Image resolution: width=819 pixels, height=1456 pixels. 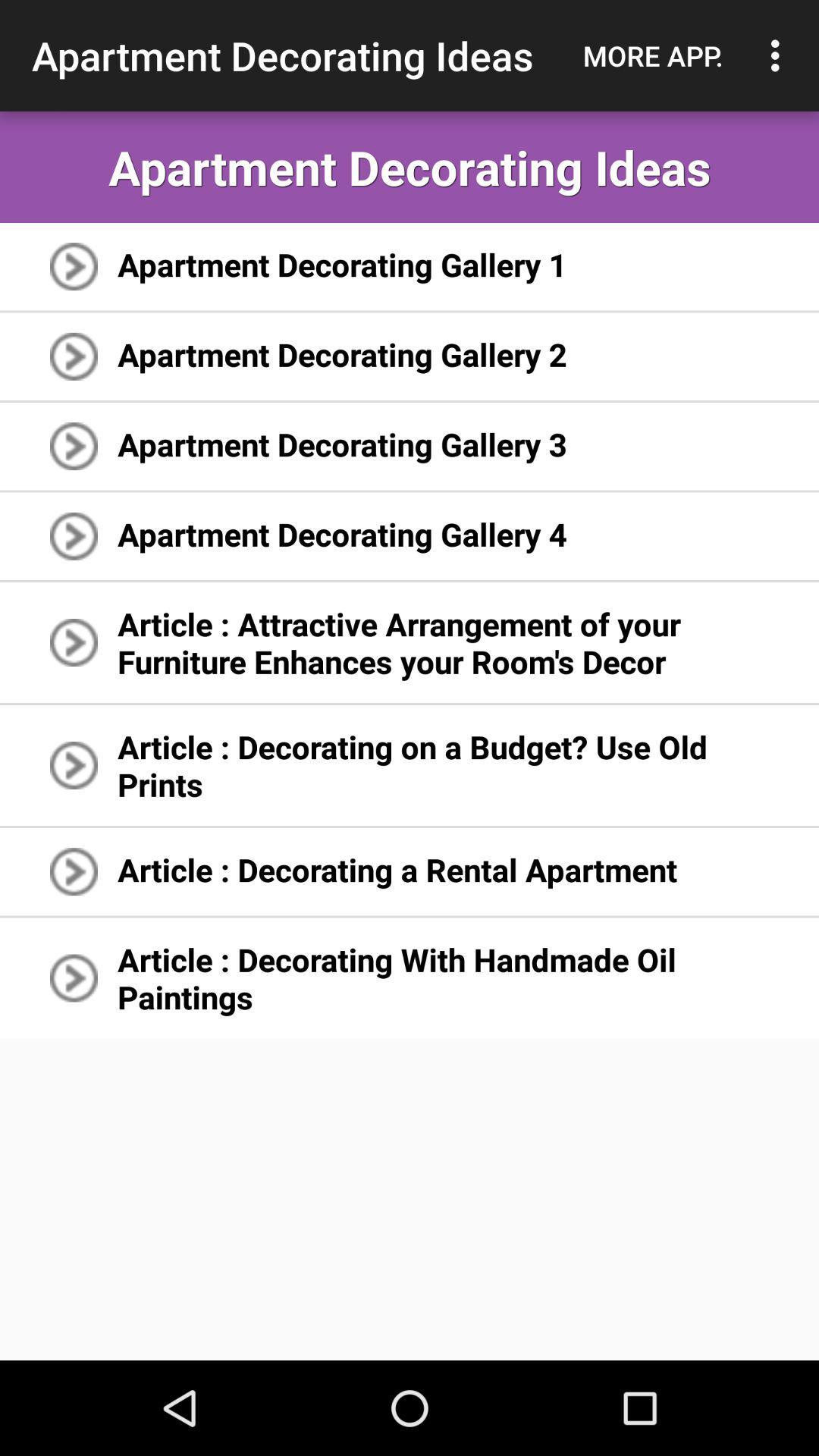 I want to click on icon next to more app., so click(x=779, y=55).